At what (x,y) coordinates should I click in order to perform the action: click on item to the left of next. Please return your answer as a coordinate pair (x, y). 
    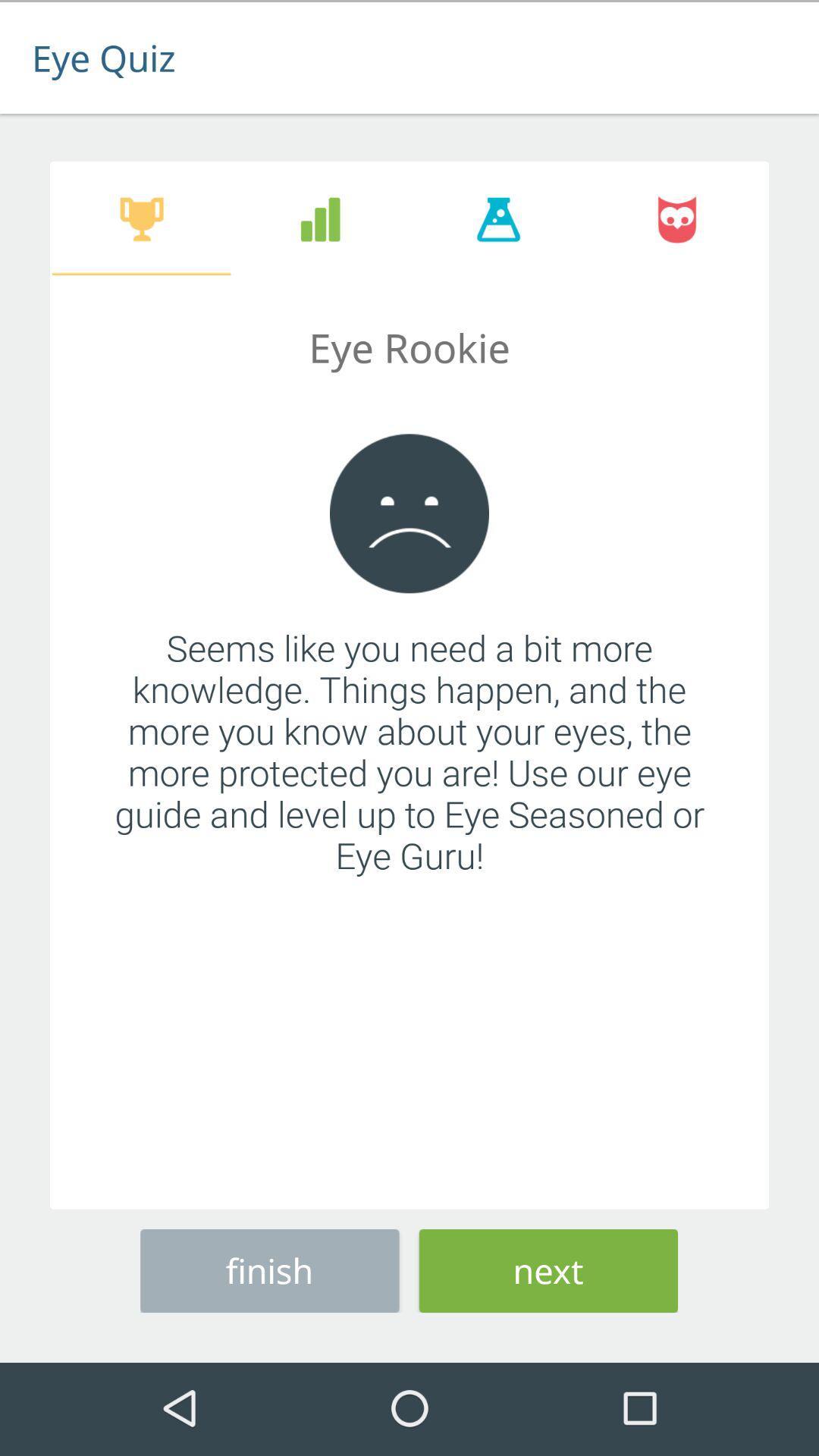
    Looking at the image, I should click on (268, 1268).